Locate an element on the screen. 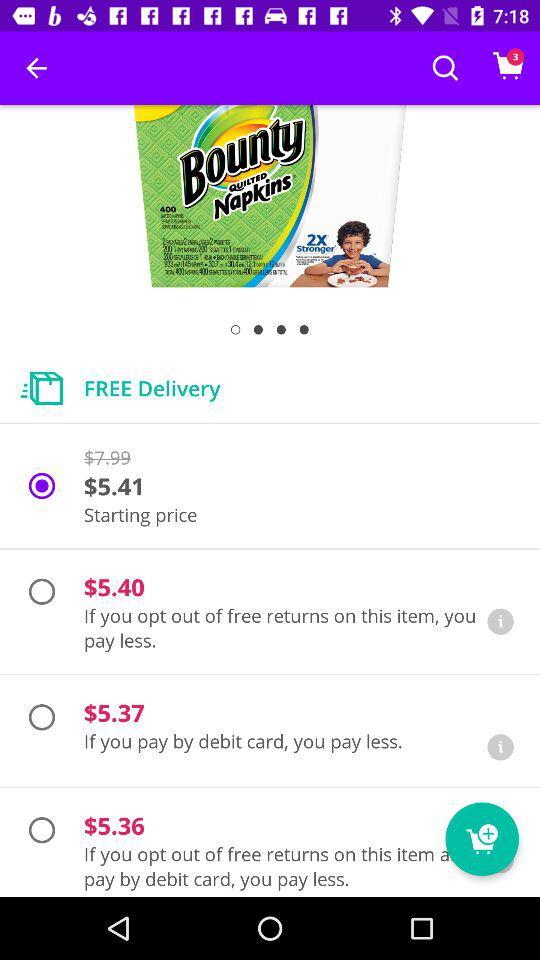  help option is located at coordinates (499, 620).